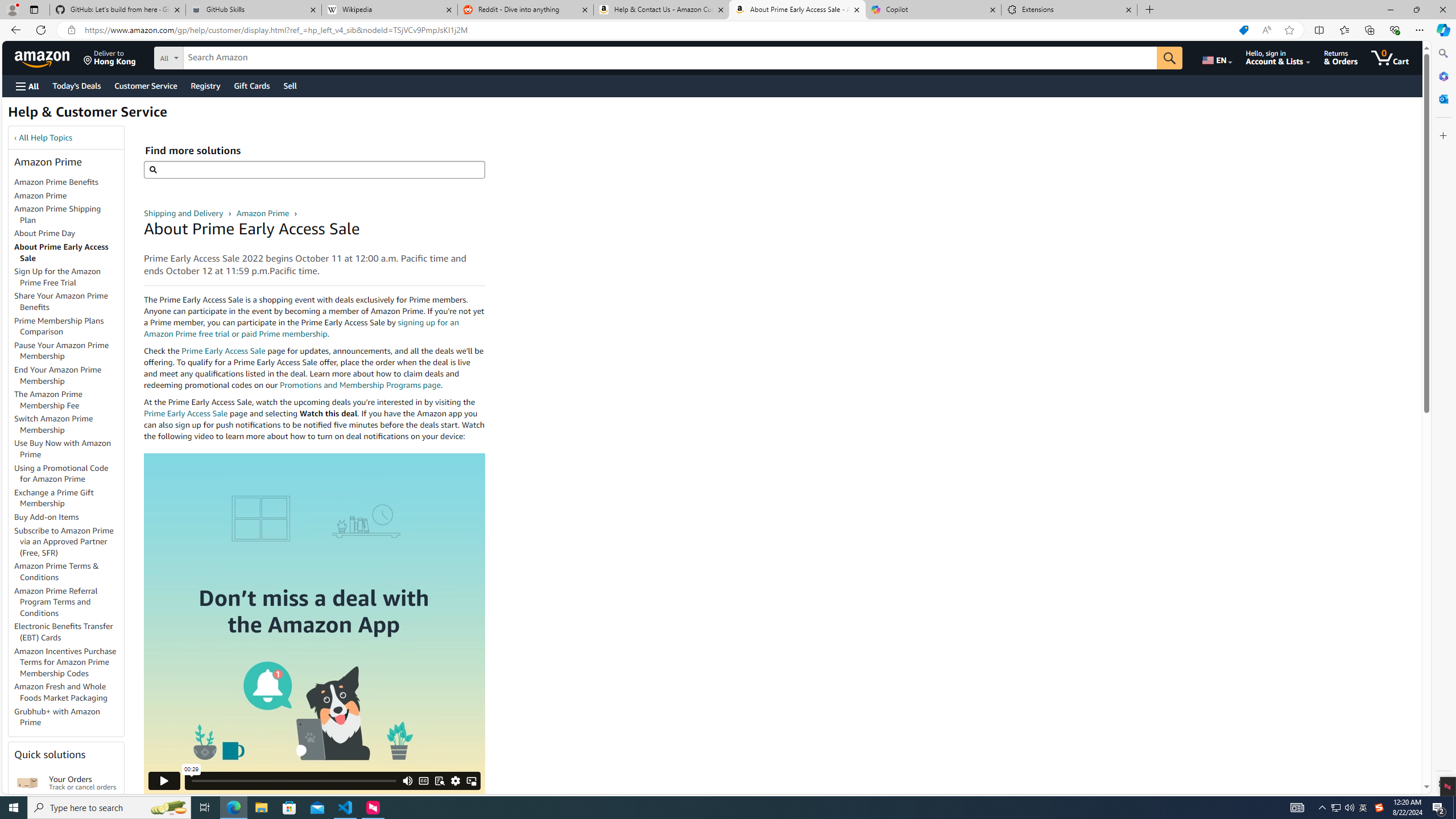  What do you see at coordinates (44, 233) in the screenshot?
I see `'About Prime Day'` at bounding box center [44, 233].